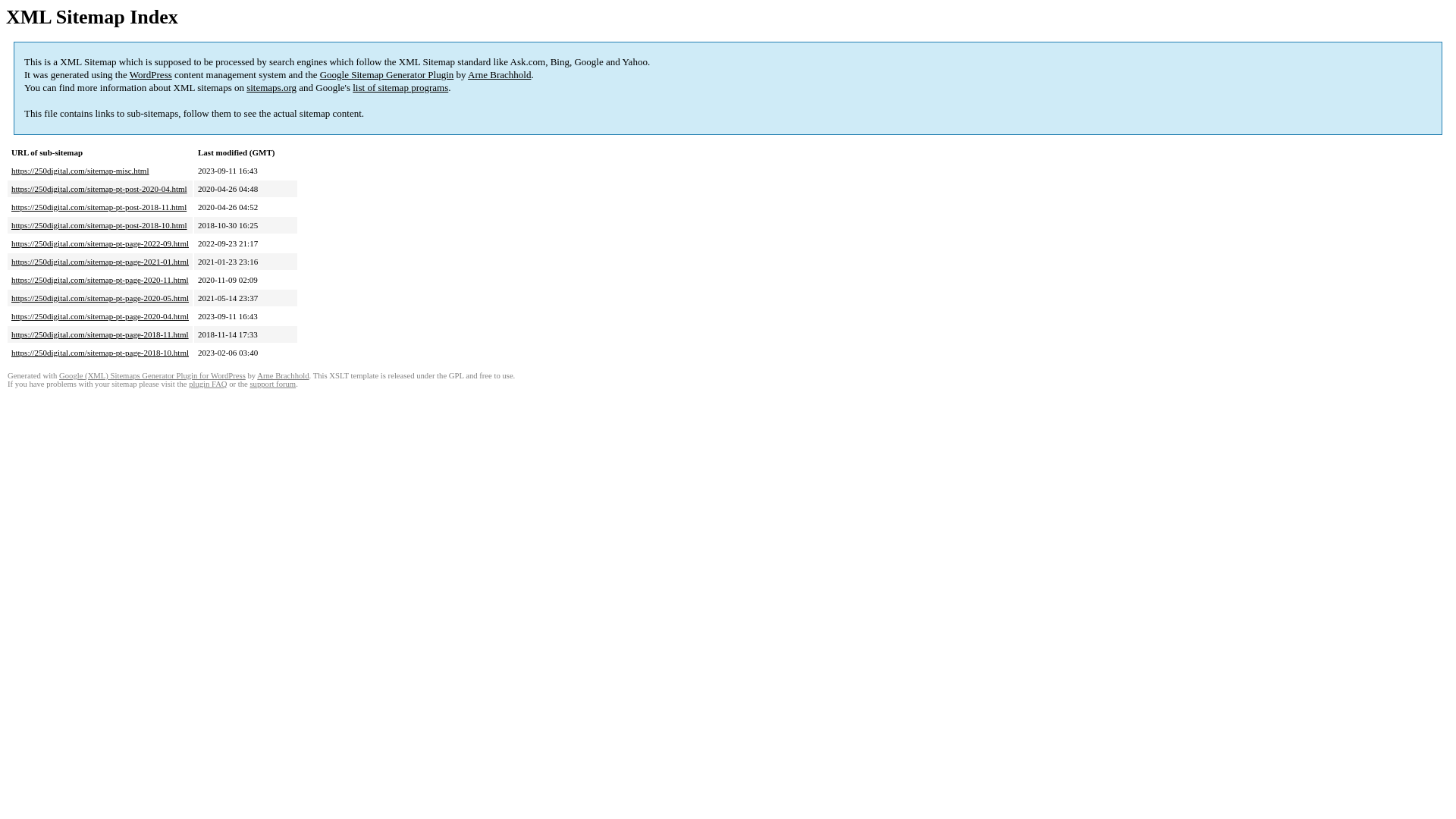  What do you see at coordinates (99, 242) in the screenshot?
I see `'https://250digital.com/sitemap-pt-page-2022-09.html'` at bounding box center [99, 242].